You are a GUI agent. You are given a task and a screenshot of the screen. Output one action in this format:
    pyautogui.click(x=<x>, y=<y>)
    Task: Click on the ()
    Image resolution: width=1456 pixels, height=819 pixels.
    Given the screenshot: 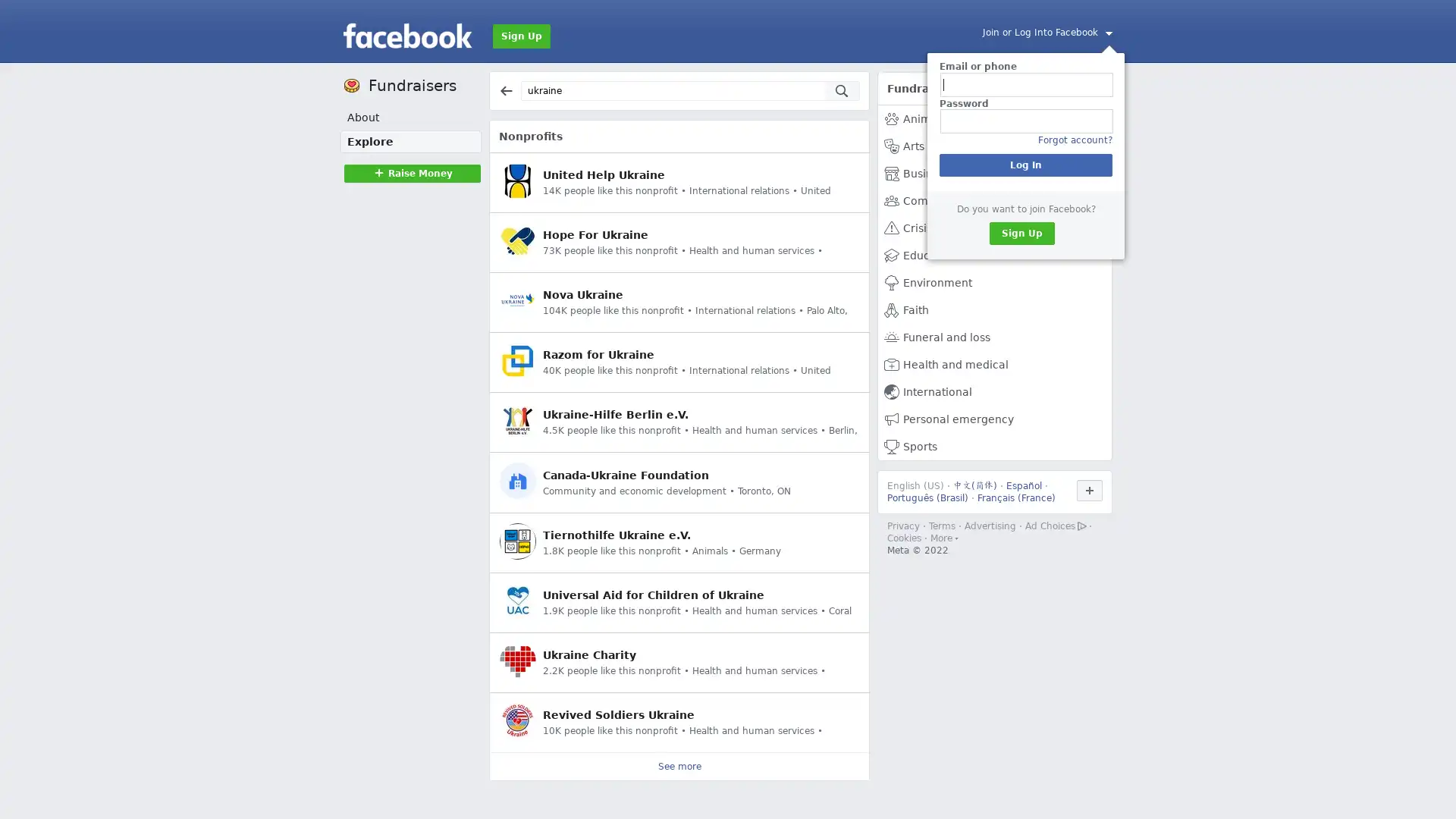 What is the action you would take?
    pyautogui.click(x=975, y=485)
    